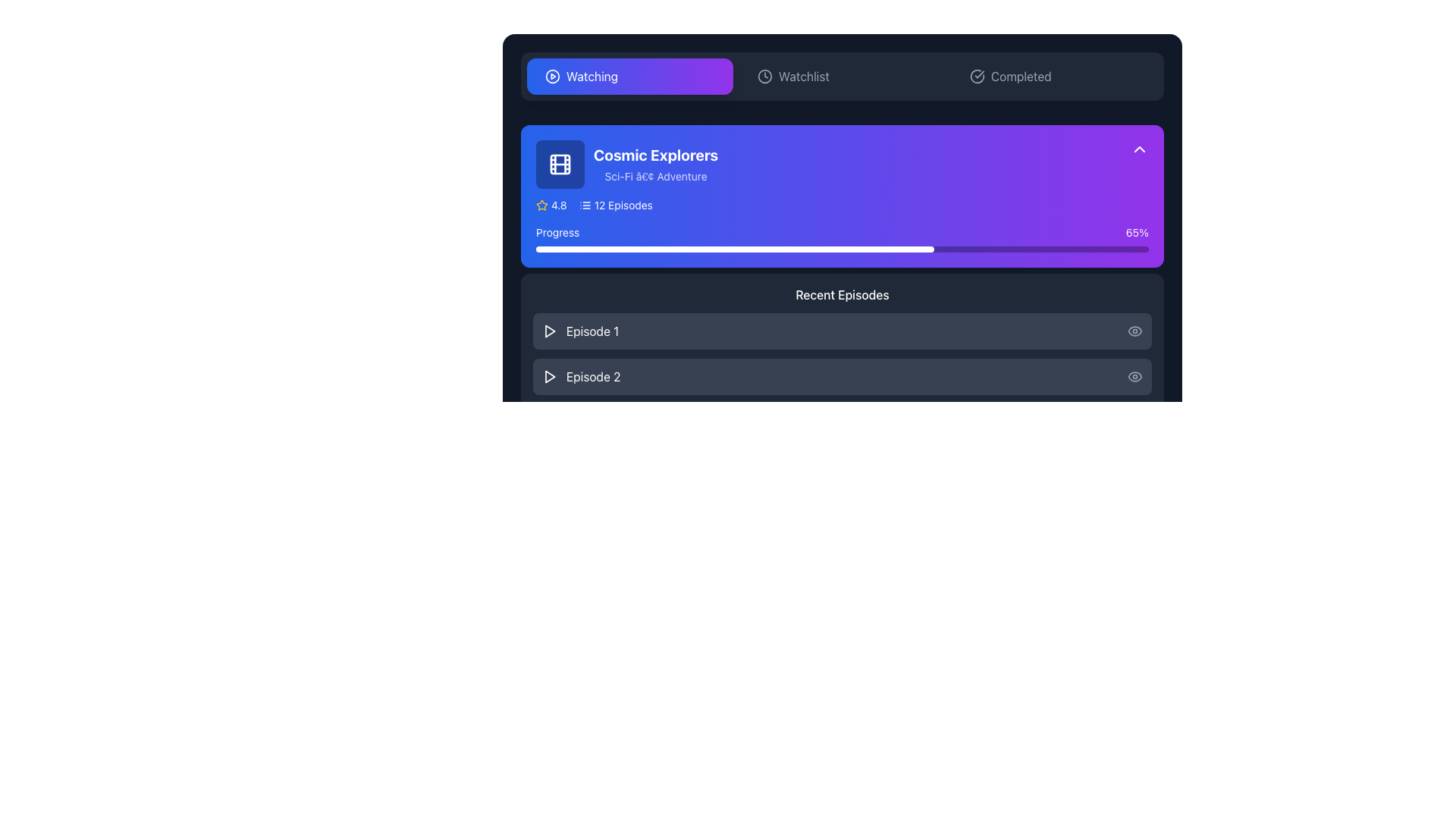 The height and width of the screenshot is (819, 1456). What do you see at coordinates (552, 76) in the screenshot?
I see `the outer circular border of the play button icon located in the top navigation bar, to the left of the 'Watching' tab` at bounding box center [552, 76].